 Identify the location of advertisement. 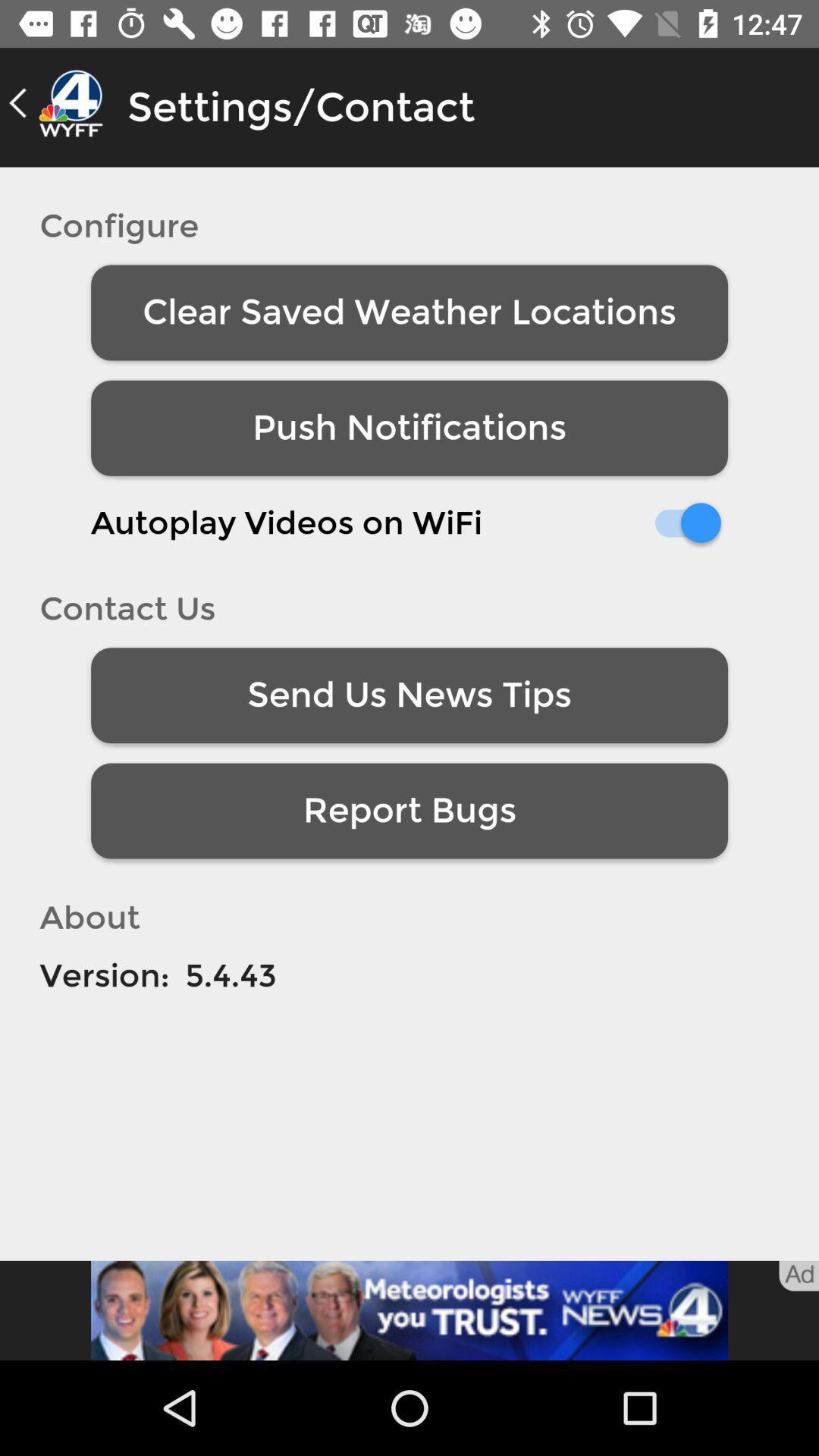
(409, 1310).